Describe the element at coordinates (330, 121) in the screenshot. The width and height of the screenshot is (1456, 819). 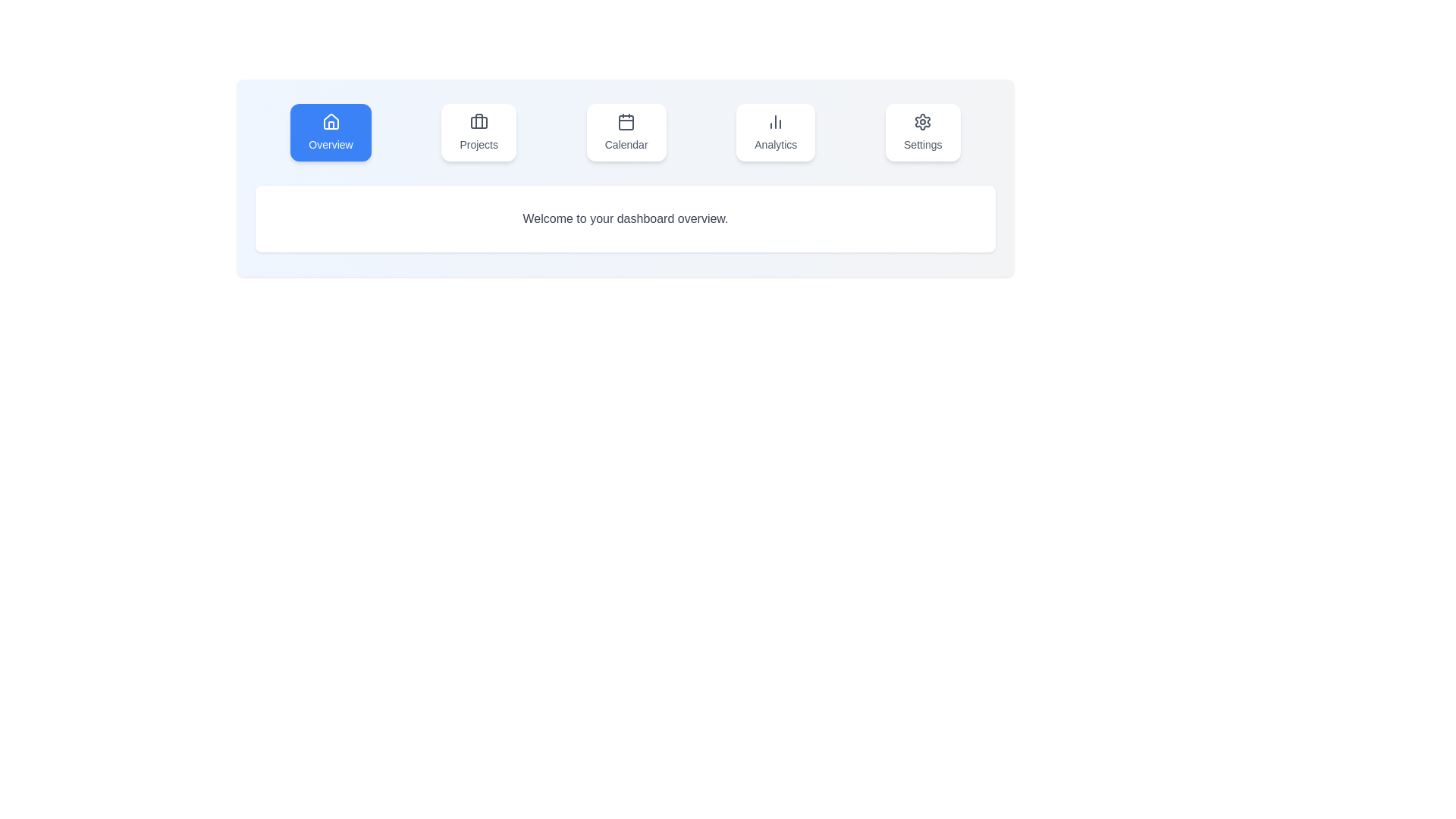
I see `the house-shaped icon located within the blue 'Overview' button at the top left section of the central navigation area` at that location.